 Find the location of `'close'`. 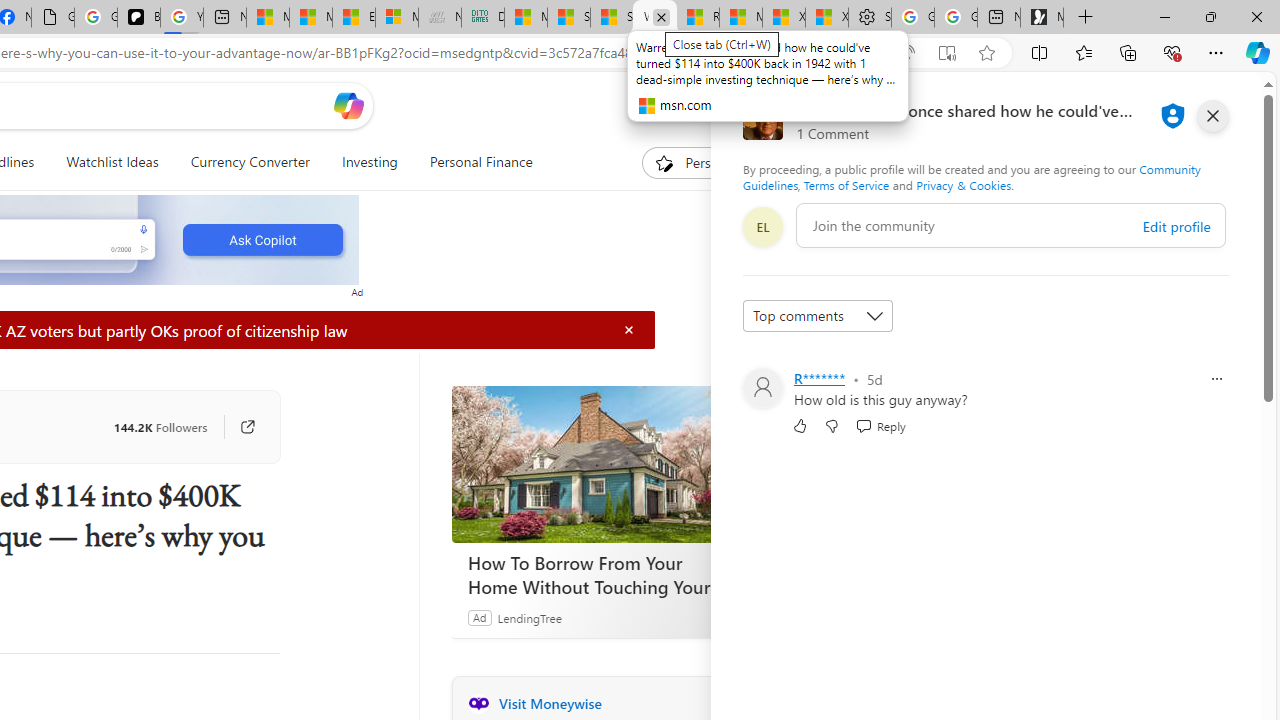

'close' is located at coordinates (1211, 115).